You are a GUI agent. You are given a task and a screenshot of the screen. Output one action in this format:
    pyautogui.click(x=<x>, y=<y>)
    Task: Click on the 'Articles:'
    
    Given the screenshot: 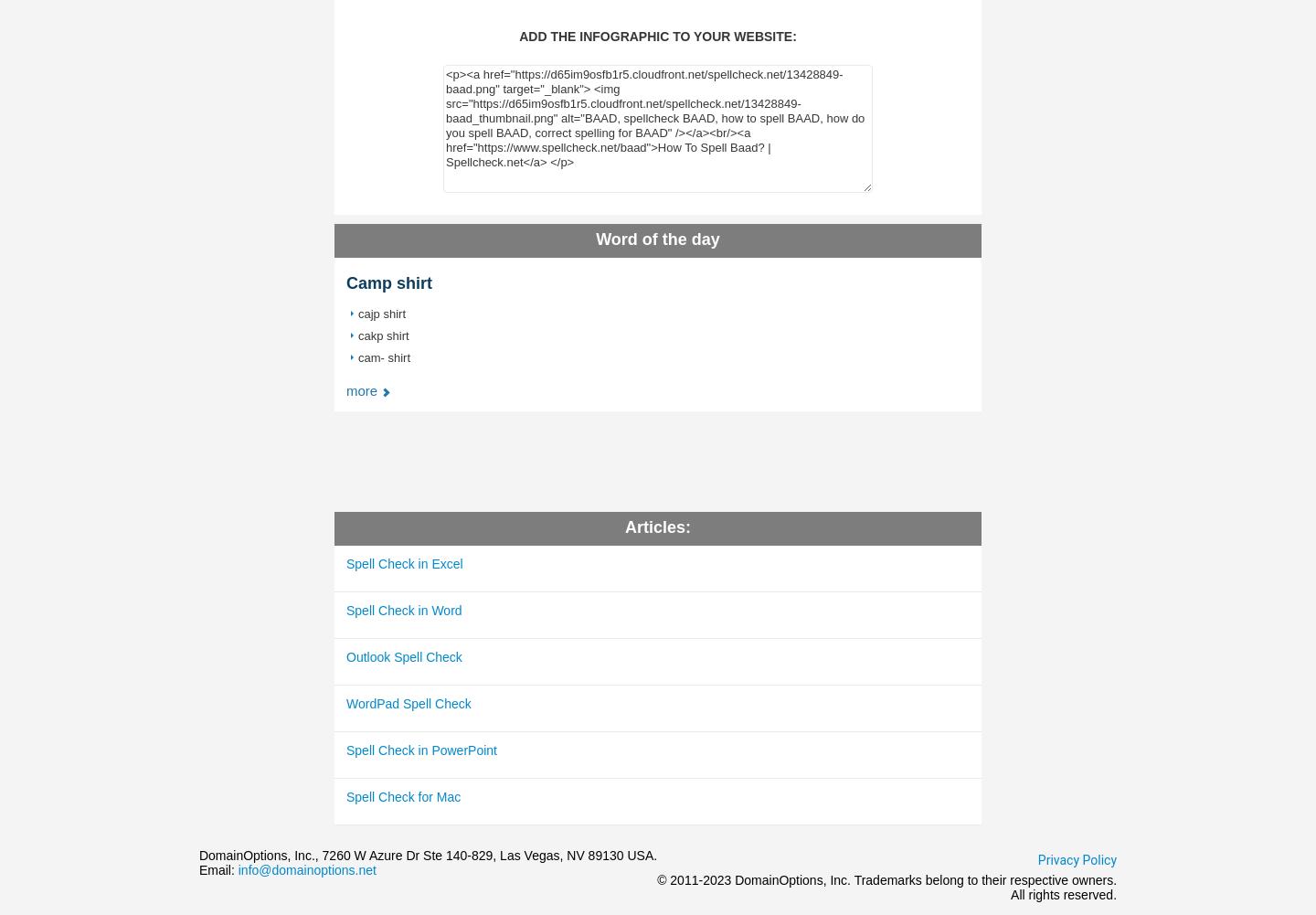 What is the action you would take?
    pyautogui.click(x=657, y=527)
    